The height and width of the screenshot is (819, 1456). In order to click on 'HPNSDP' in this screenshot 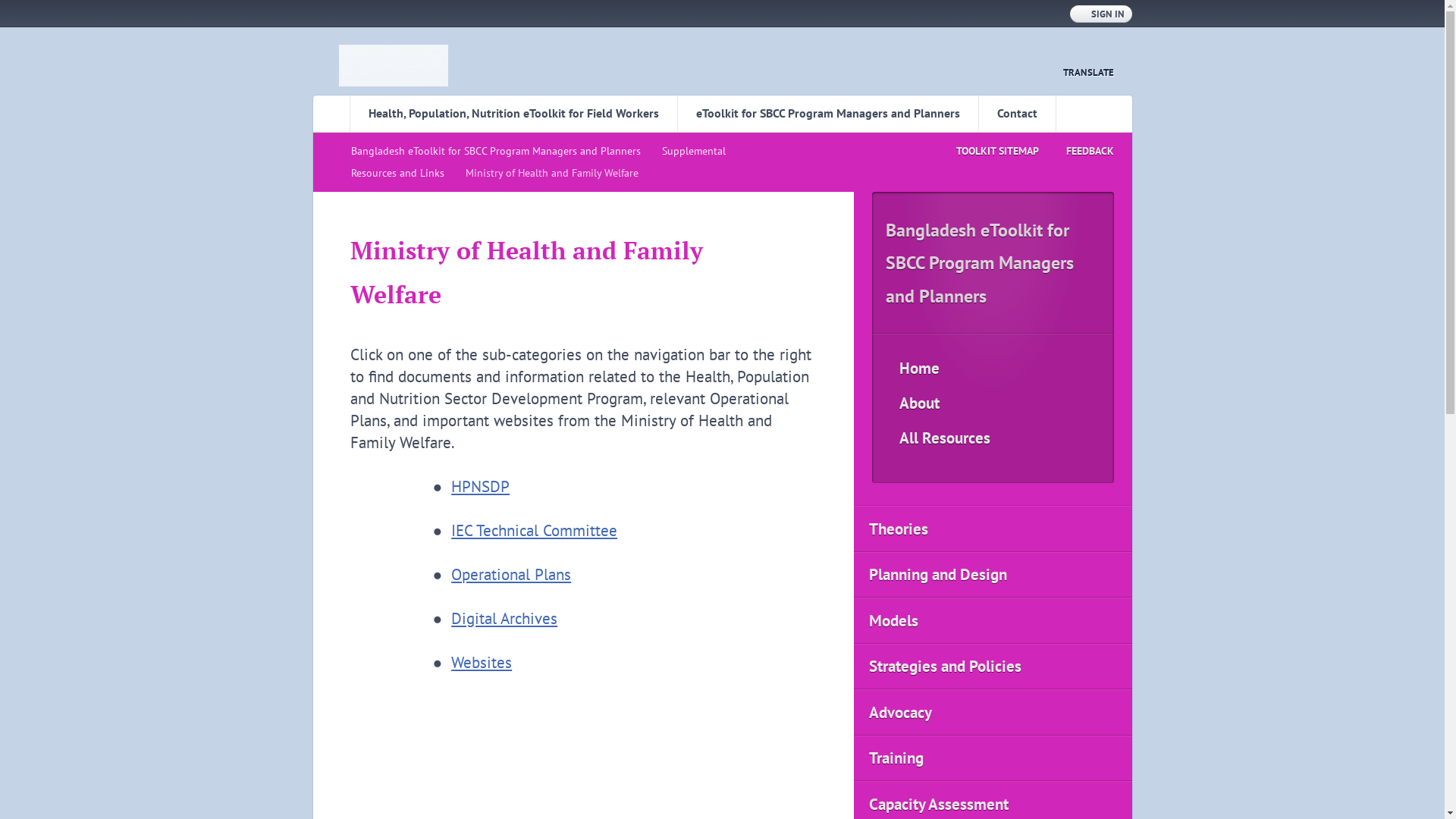, I will do `click(479, 486)`.